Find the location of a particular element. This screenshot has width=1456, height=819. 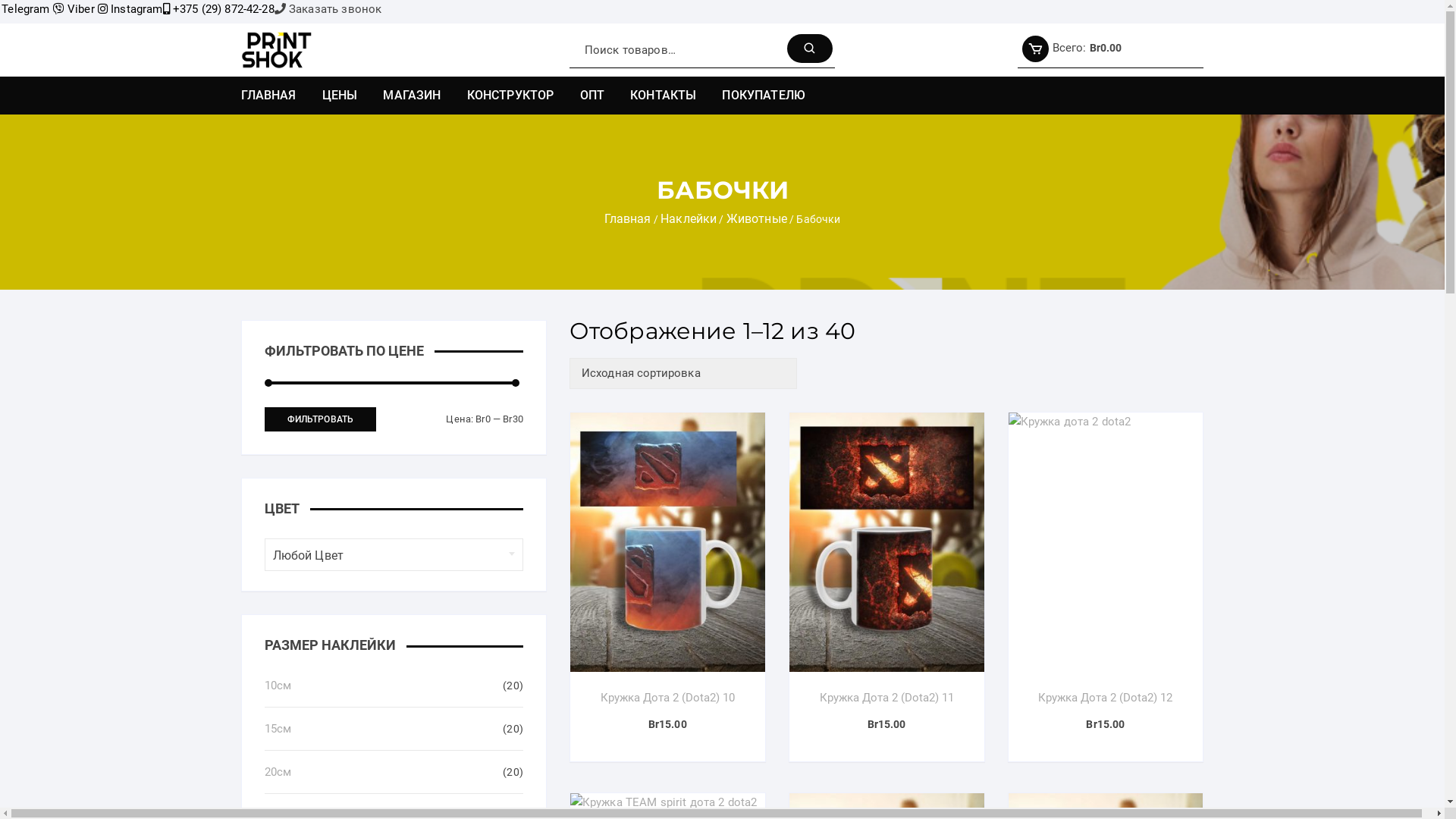

'Viber' is located at coordinates (73, 8).